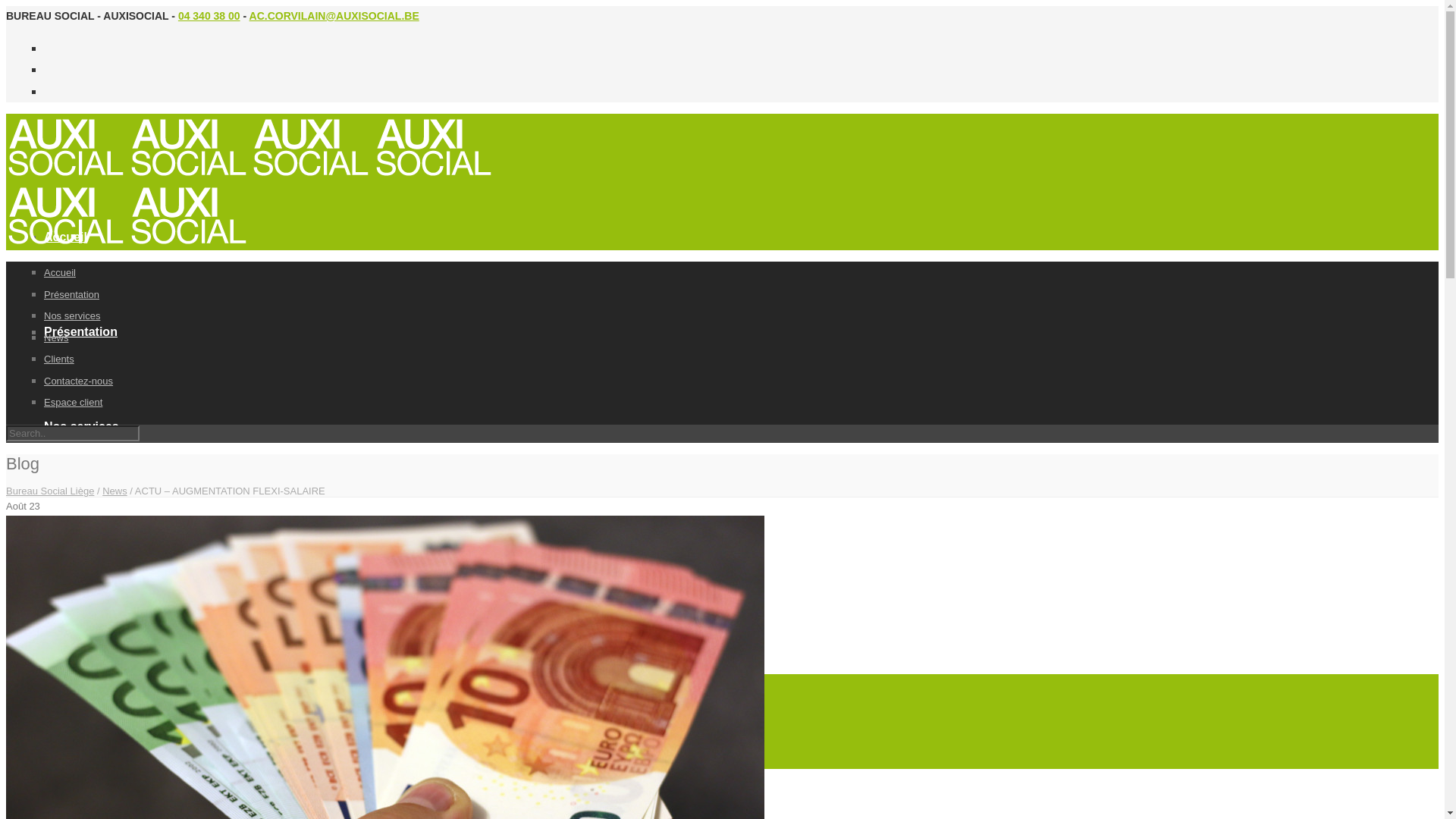 This screenshot has width=1456, height=819. Describe the element at coordinates (56, 337) in the screenshot. I see `'News'` at that location.